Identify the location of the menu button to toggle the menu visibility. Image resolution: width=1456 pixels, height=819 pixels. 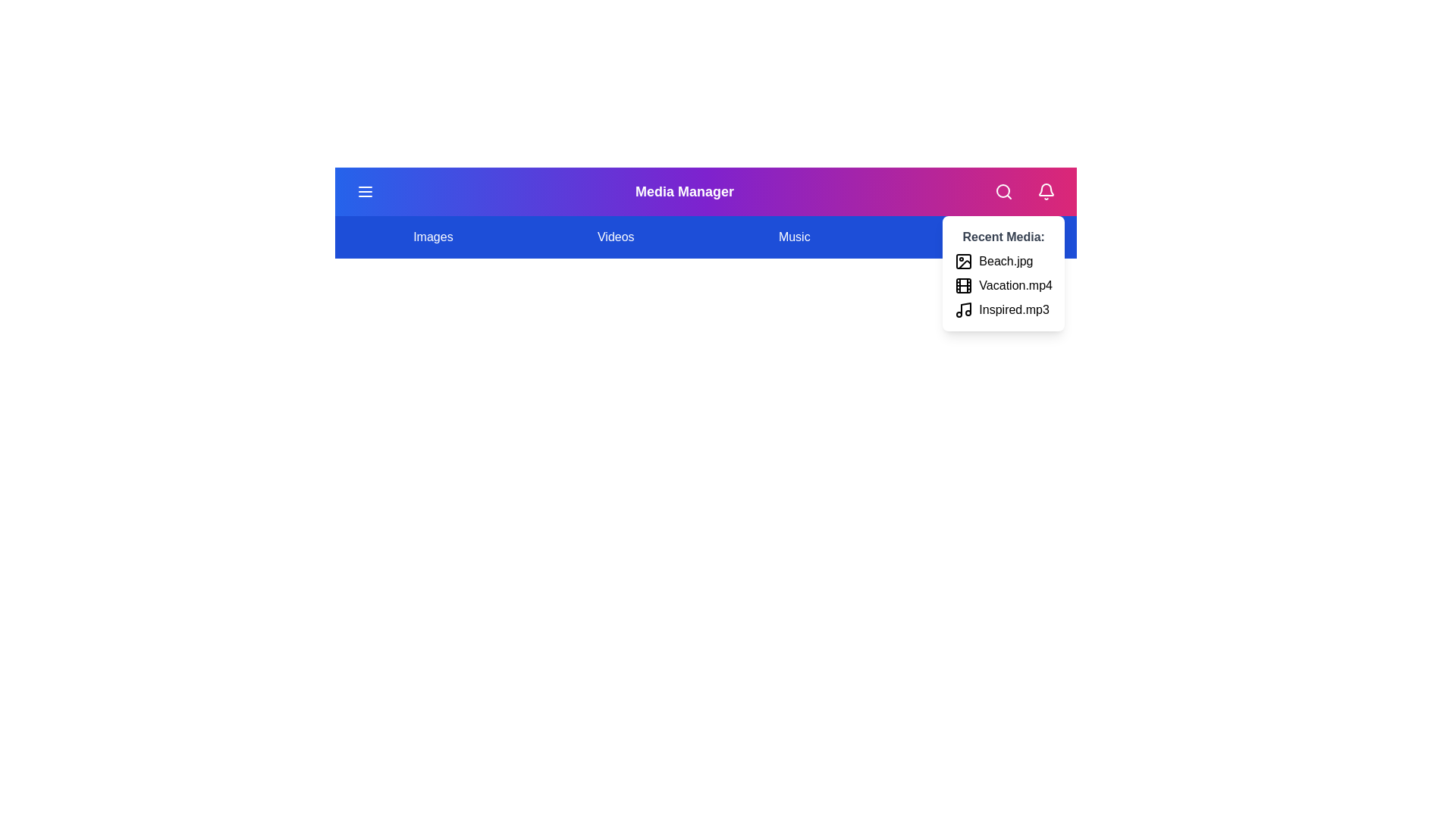
(365, 191).